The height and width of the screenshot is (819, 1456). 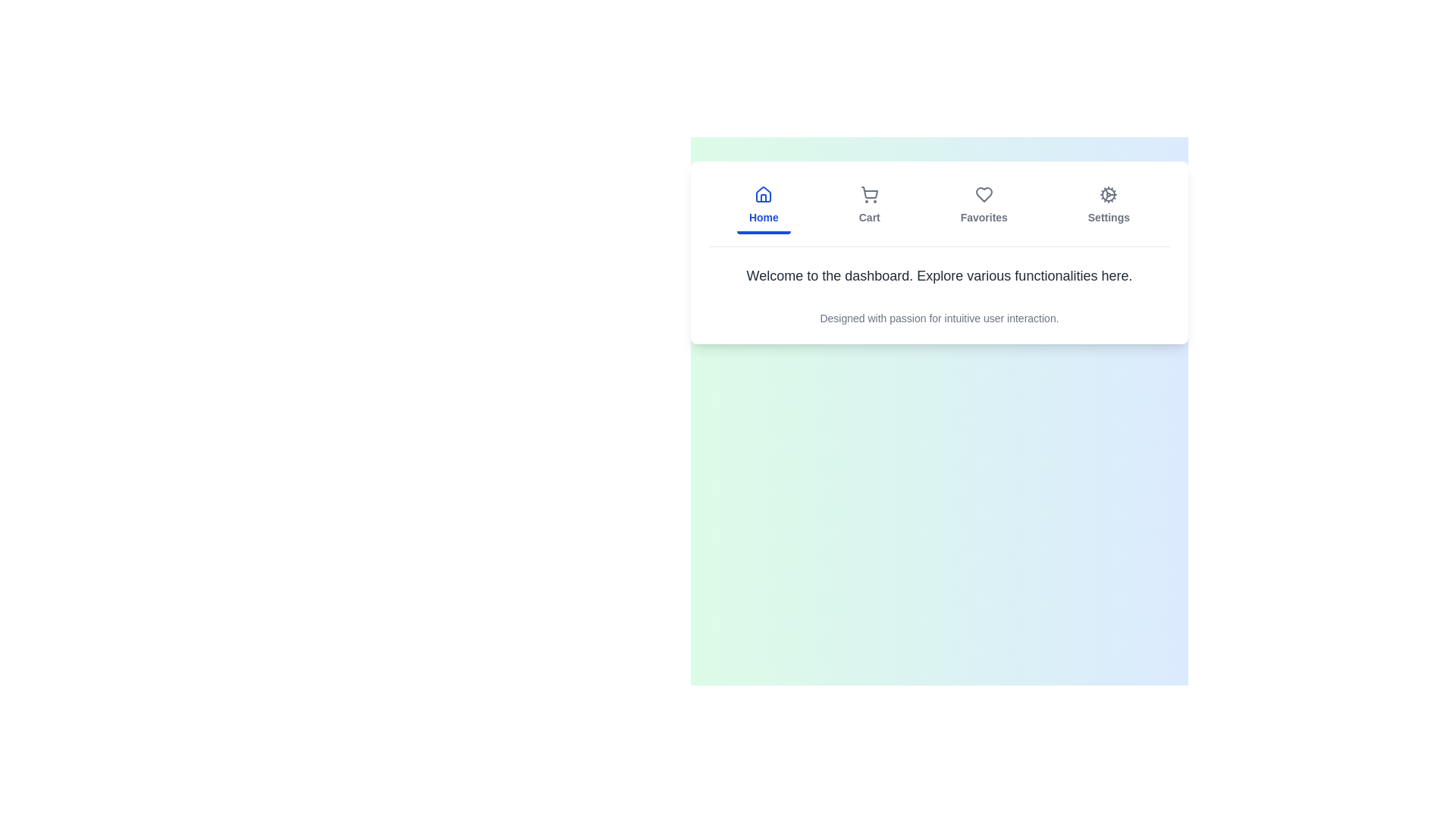 I want to click on the heart-shaped SVG icon located above the text label 'Favorites' in the navigation bar, so click(x=984, y=194).